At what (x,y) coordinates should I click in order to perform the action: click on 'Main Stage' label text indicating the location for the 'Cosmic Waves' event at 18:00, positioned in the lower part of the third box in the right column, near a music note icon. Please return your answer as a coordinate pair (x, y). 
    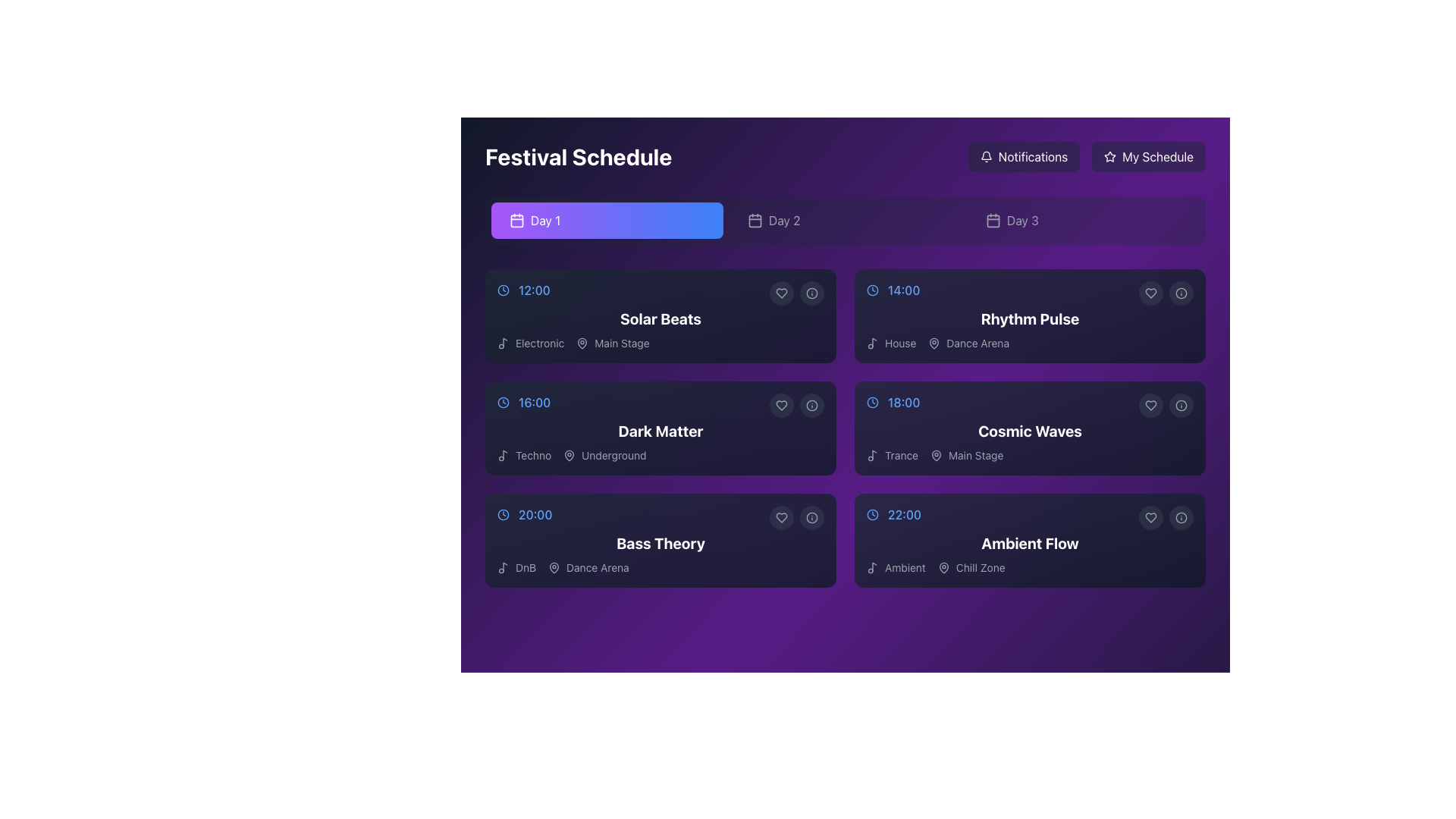
    Looking at the image, I should click on (976, 455).